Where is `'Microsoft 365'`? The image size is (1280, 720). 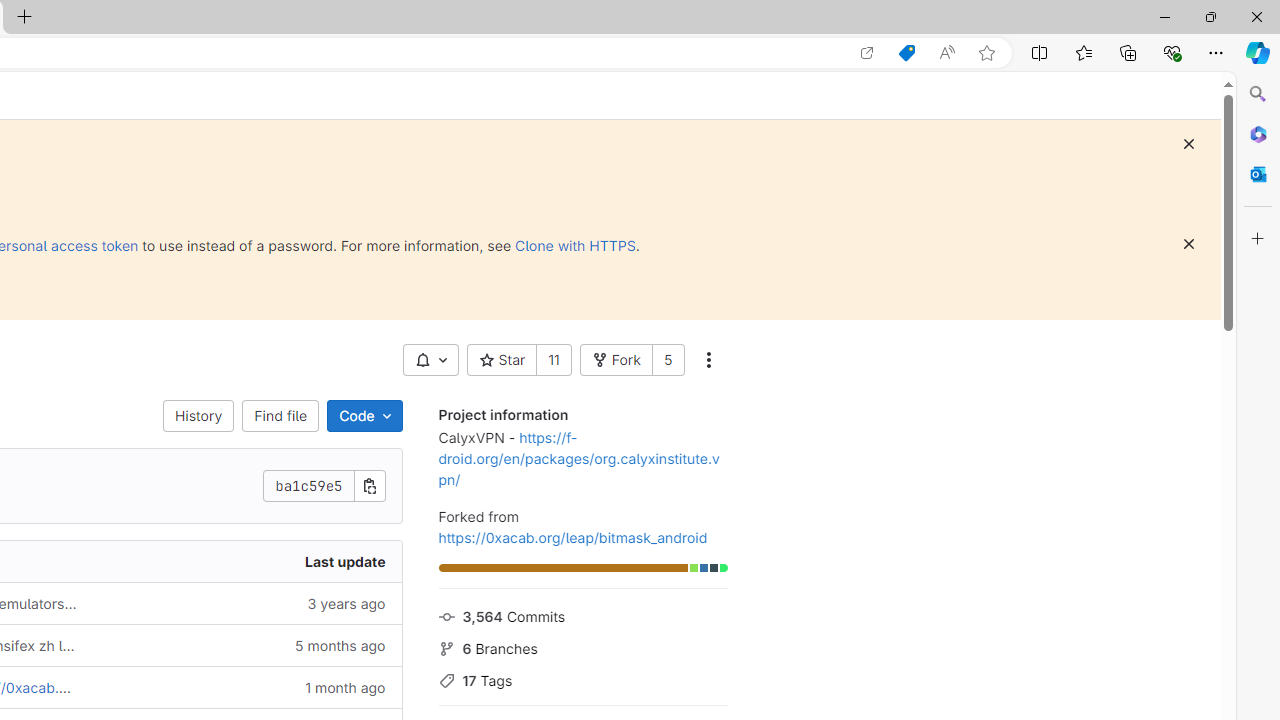
'Microsoft 365' is located at coordinates (1257, 133).